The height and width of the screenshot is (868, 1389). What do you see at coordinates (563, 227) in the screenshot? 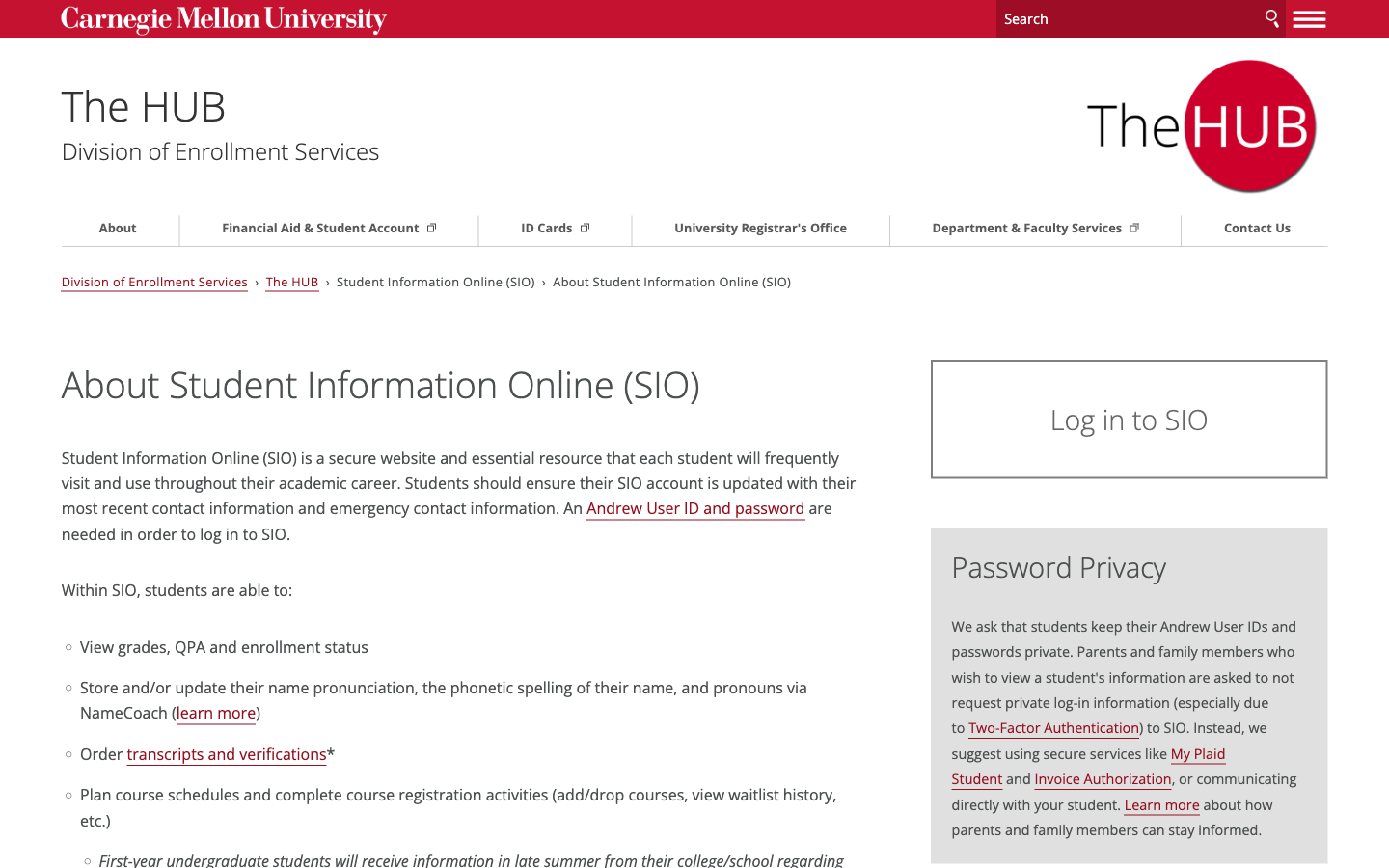
I see `Proceed towards the guide associated with ID Cards` at bounding box center [563, 227].